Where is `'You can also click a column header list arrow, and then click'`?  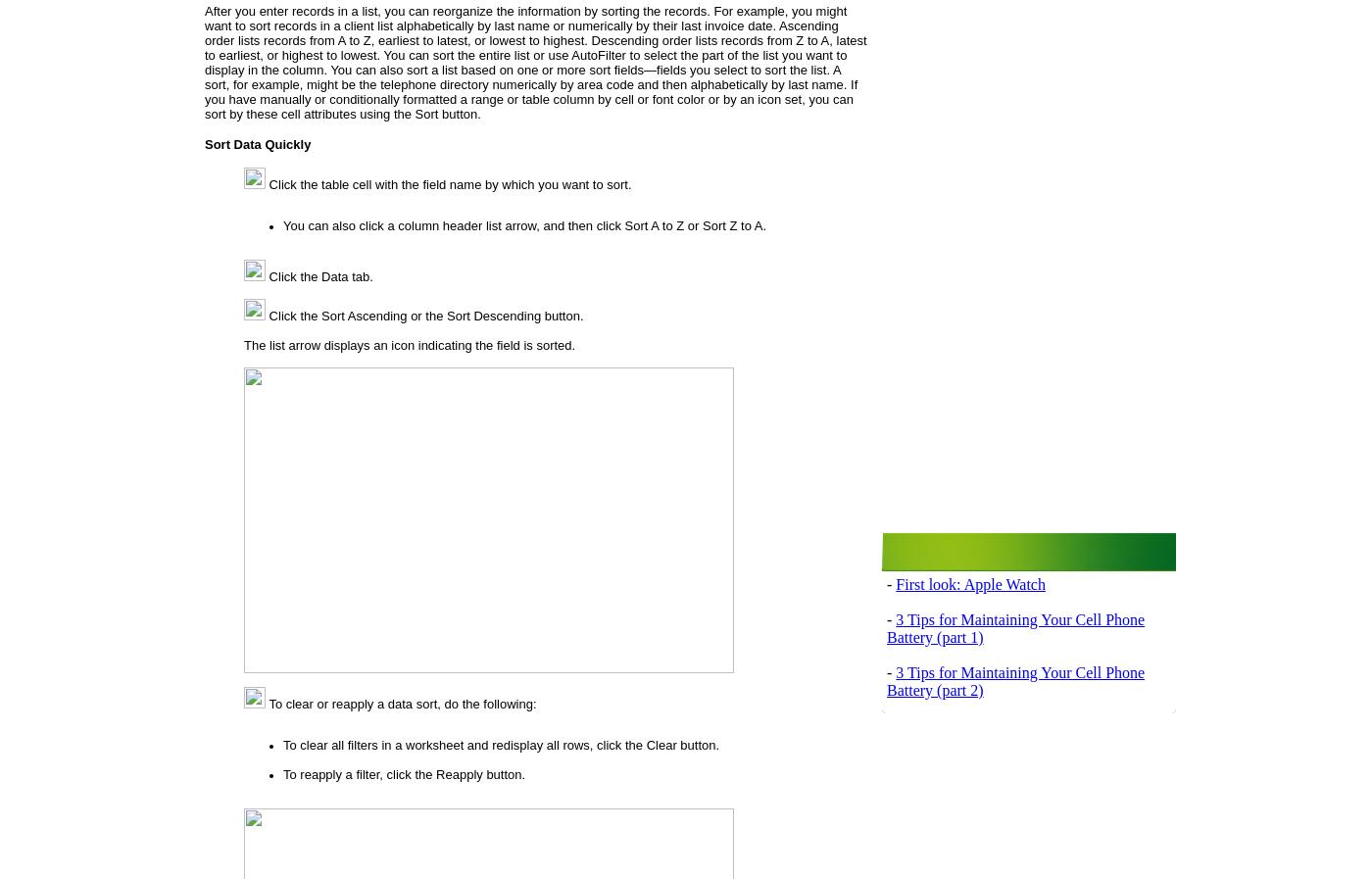
'You can also click a column header list arrow, and then click' is located at coordinates (282, 223).